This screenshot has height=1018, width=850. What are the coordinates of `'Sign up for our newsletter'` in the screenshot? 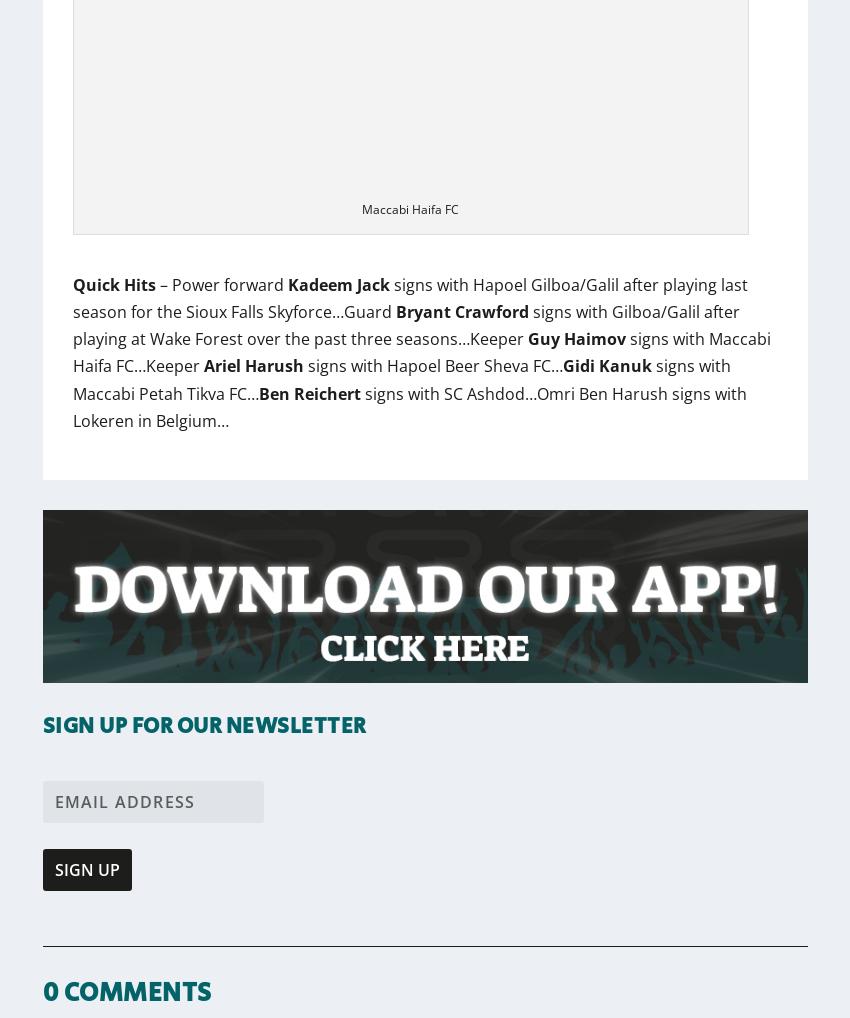 It's located at (202, 725).